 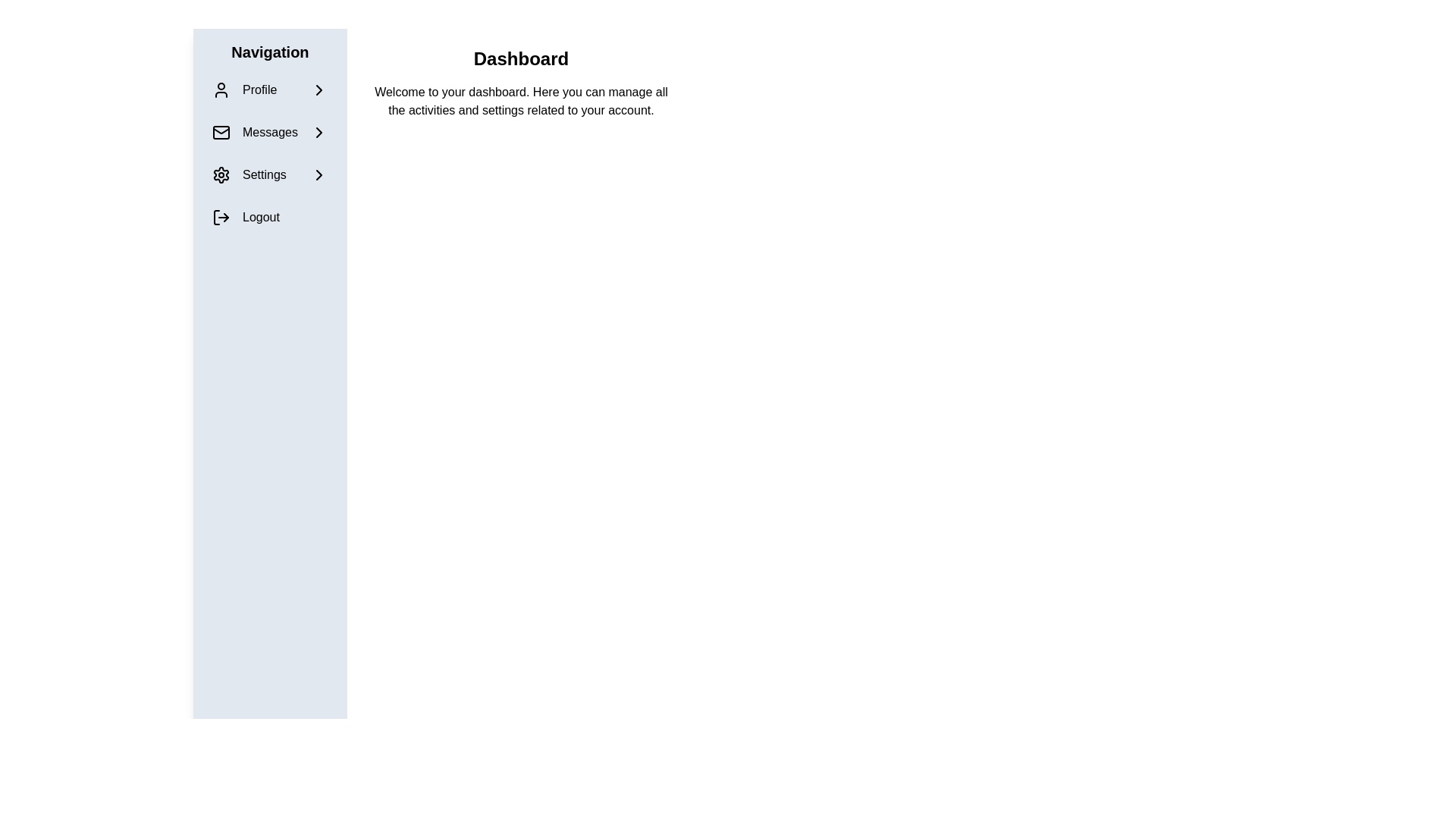 I want to click on the main title heading of the dashboard section located at the upper center of the main content region, so click(x=521, y=58).